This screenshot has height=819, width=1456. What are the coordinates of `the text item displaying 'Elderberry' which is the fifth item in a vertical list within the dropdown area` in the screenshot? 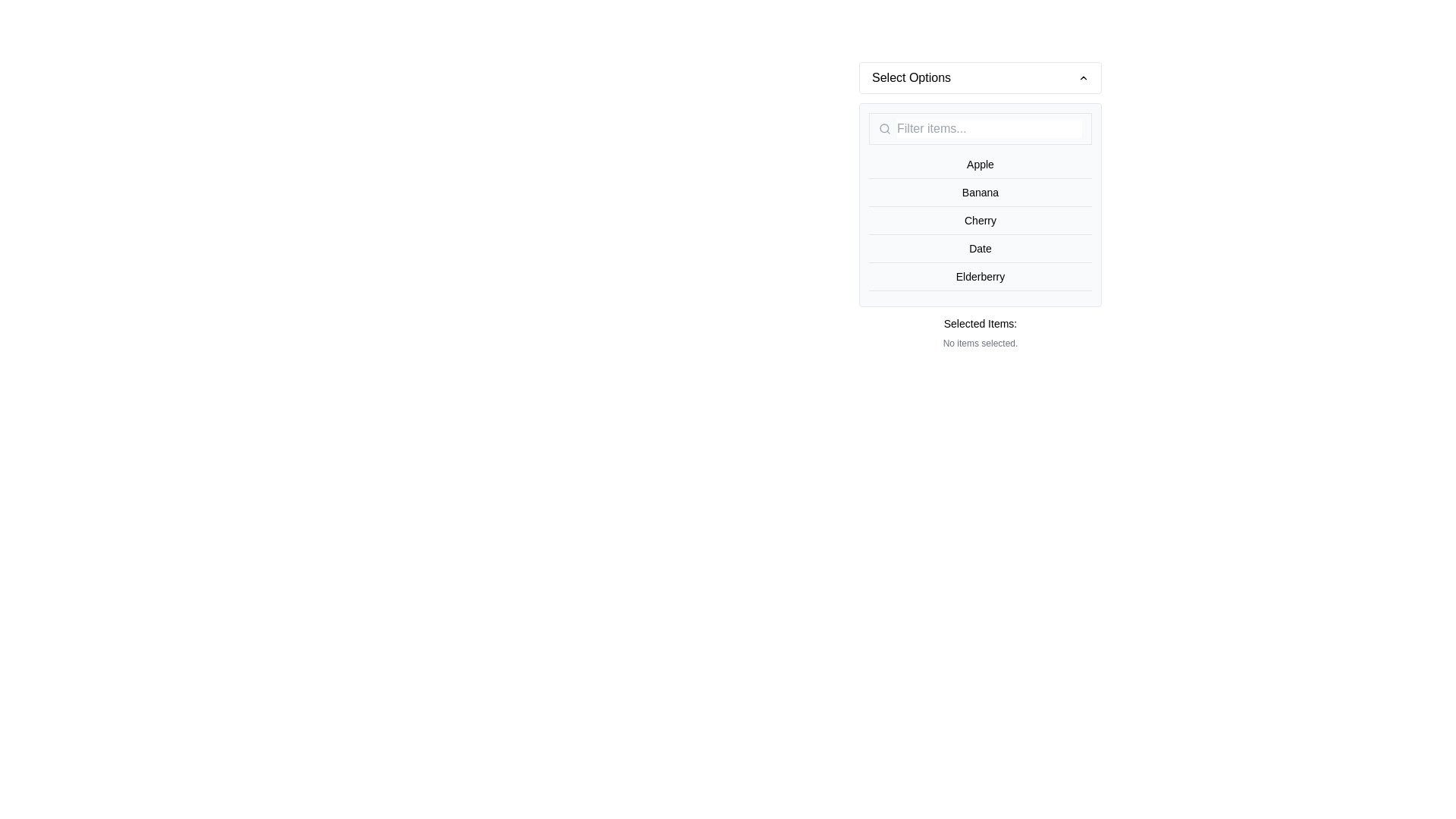 It's located at (980, 277).